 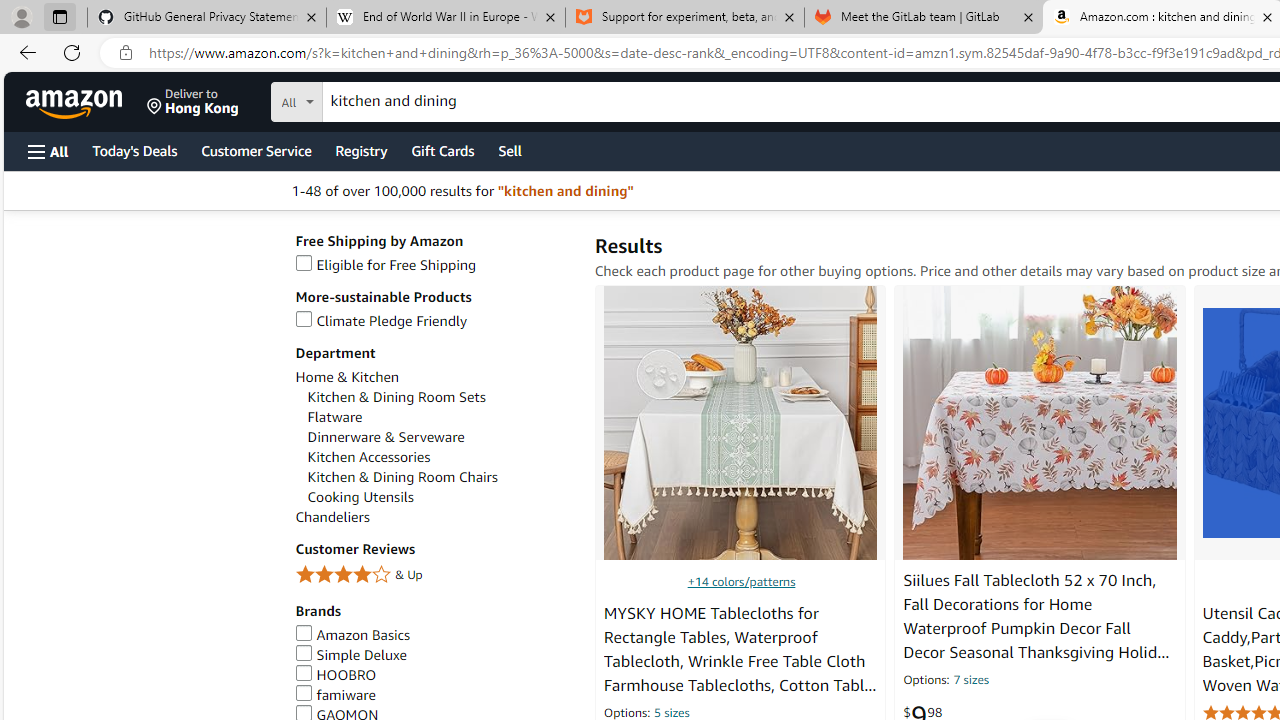 What do you see at coordinates (385, 436) in the screenshot?
I see `'Dinnerware & Serveware'` at bounding box center [385, 436].